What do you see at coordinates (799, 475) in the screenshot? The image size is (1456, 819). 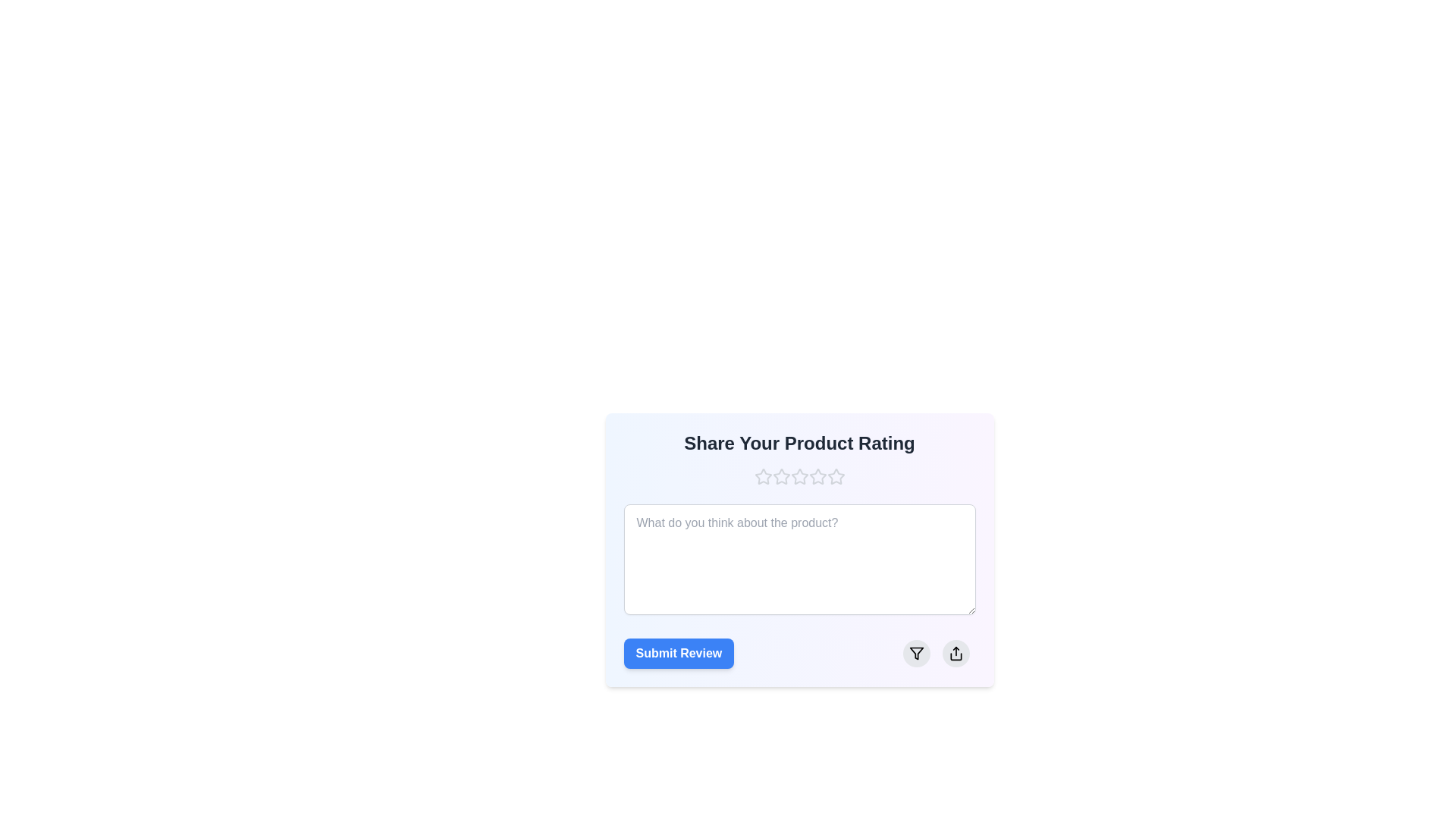 I see `the interactive star icon` at bounding box center [799, 475].